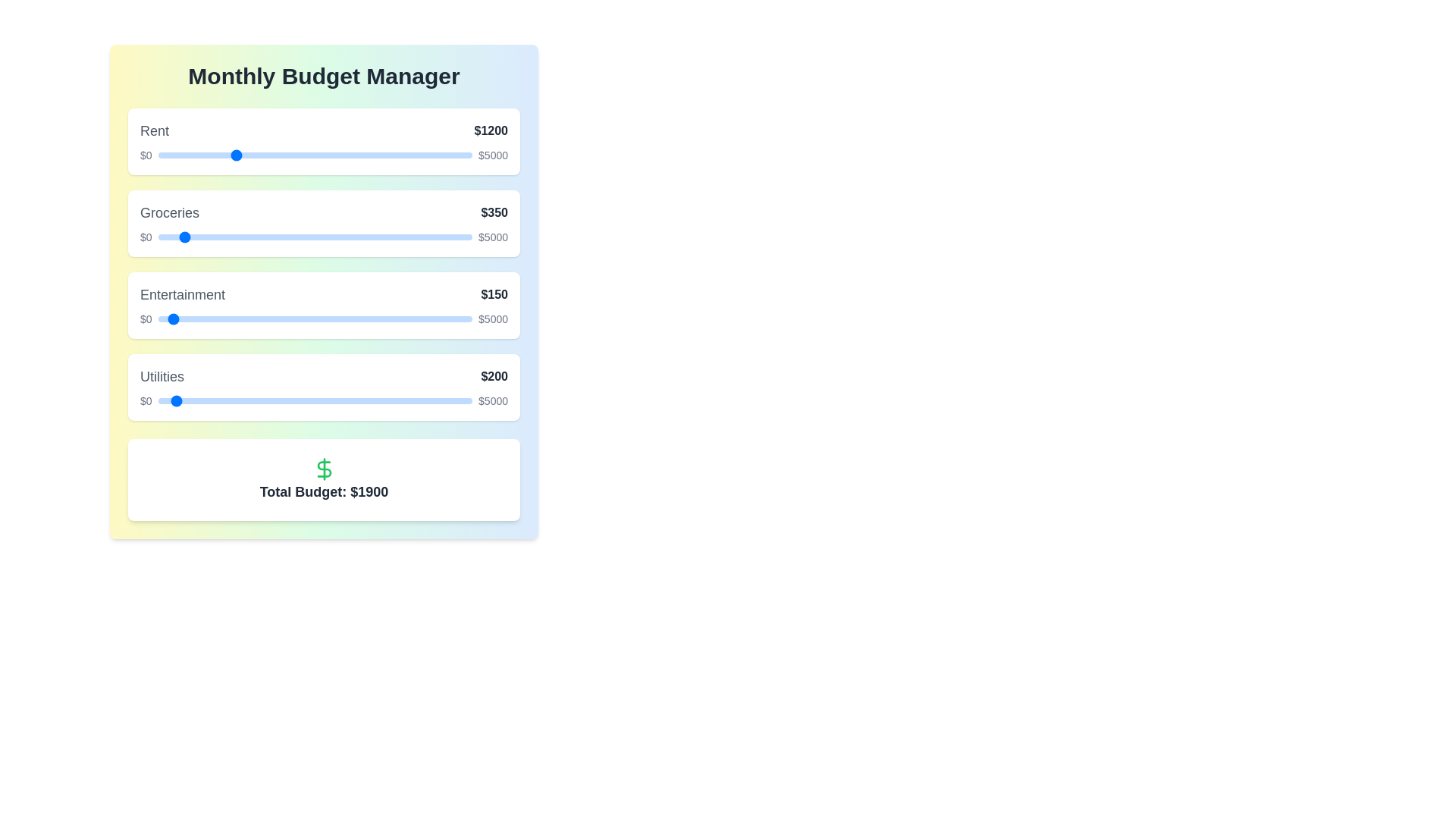 The width and height of the screenshot is (1456, 819). Describe the element at coordinates (169, 155) in the screenshot. I see `rent budget` at that location.